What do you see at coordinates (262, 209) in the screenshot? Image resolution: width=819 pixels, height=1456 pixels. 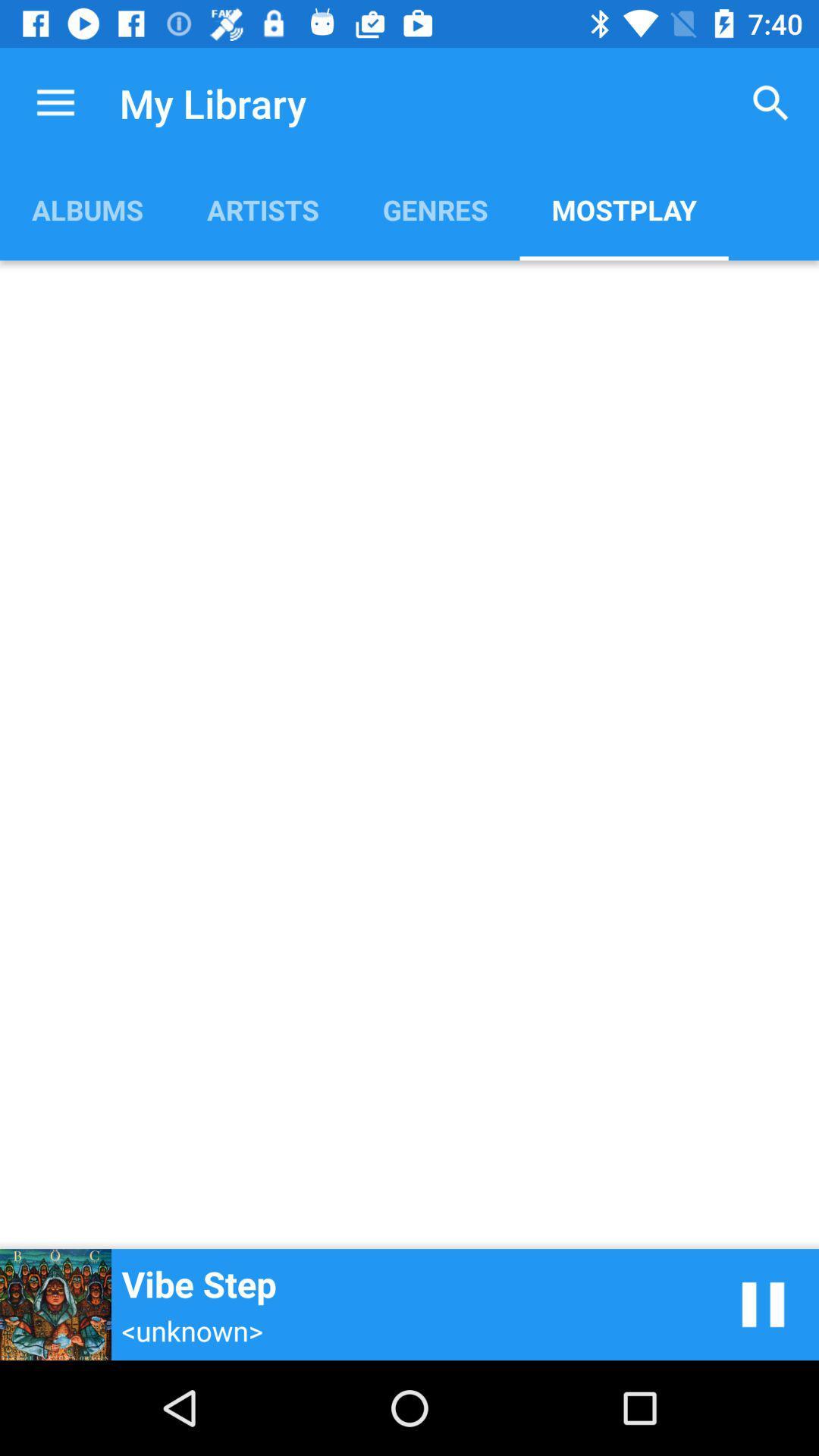 I see `artists item` at bounding box center [262, 209].